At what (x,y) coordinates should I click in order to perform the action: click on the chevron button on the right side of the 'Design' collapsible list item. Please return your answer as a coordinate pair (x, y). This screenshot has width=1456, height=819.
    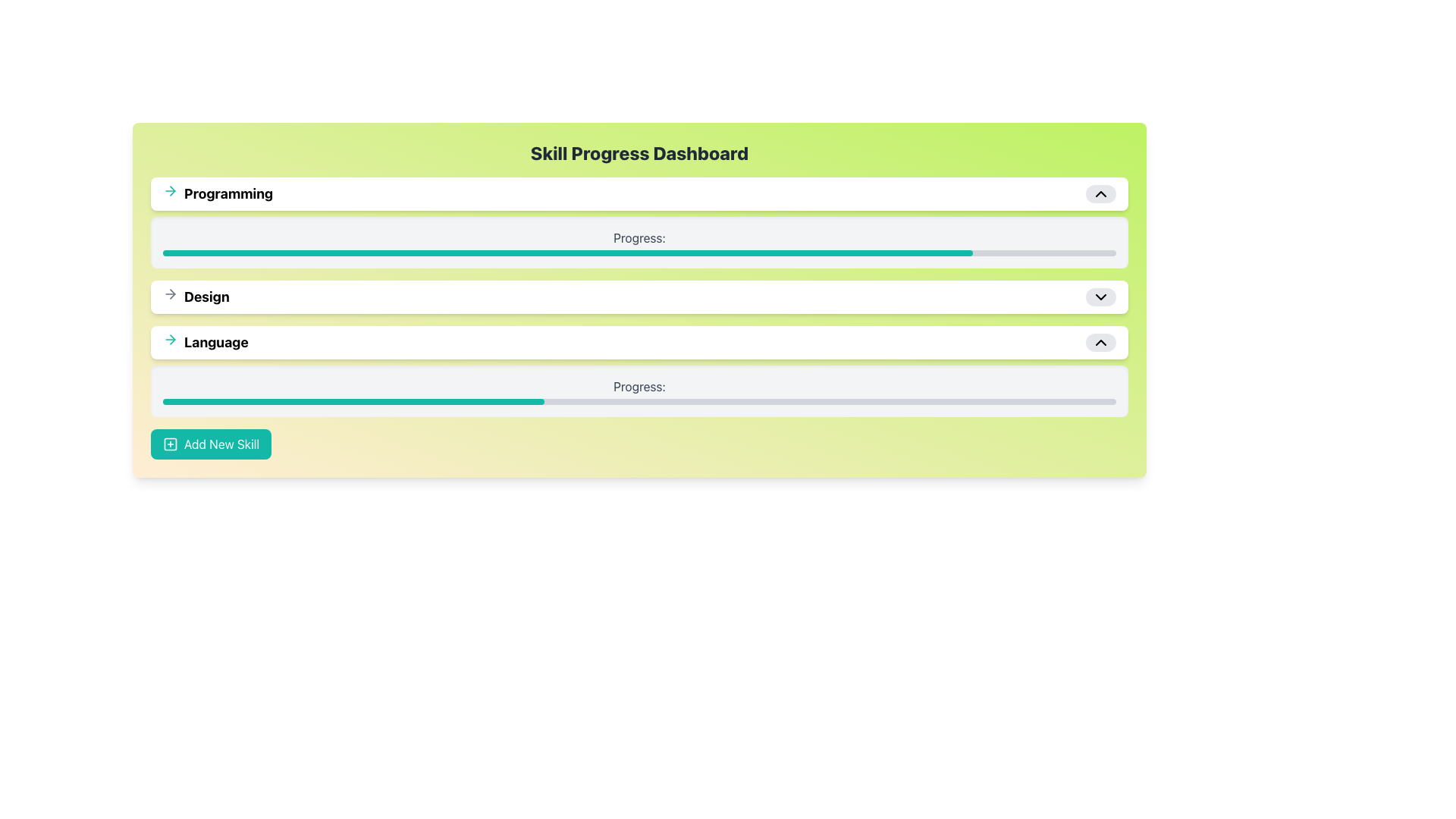
    Looking at the image, I should click on (639, 297).